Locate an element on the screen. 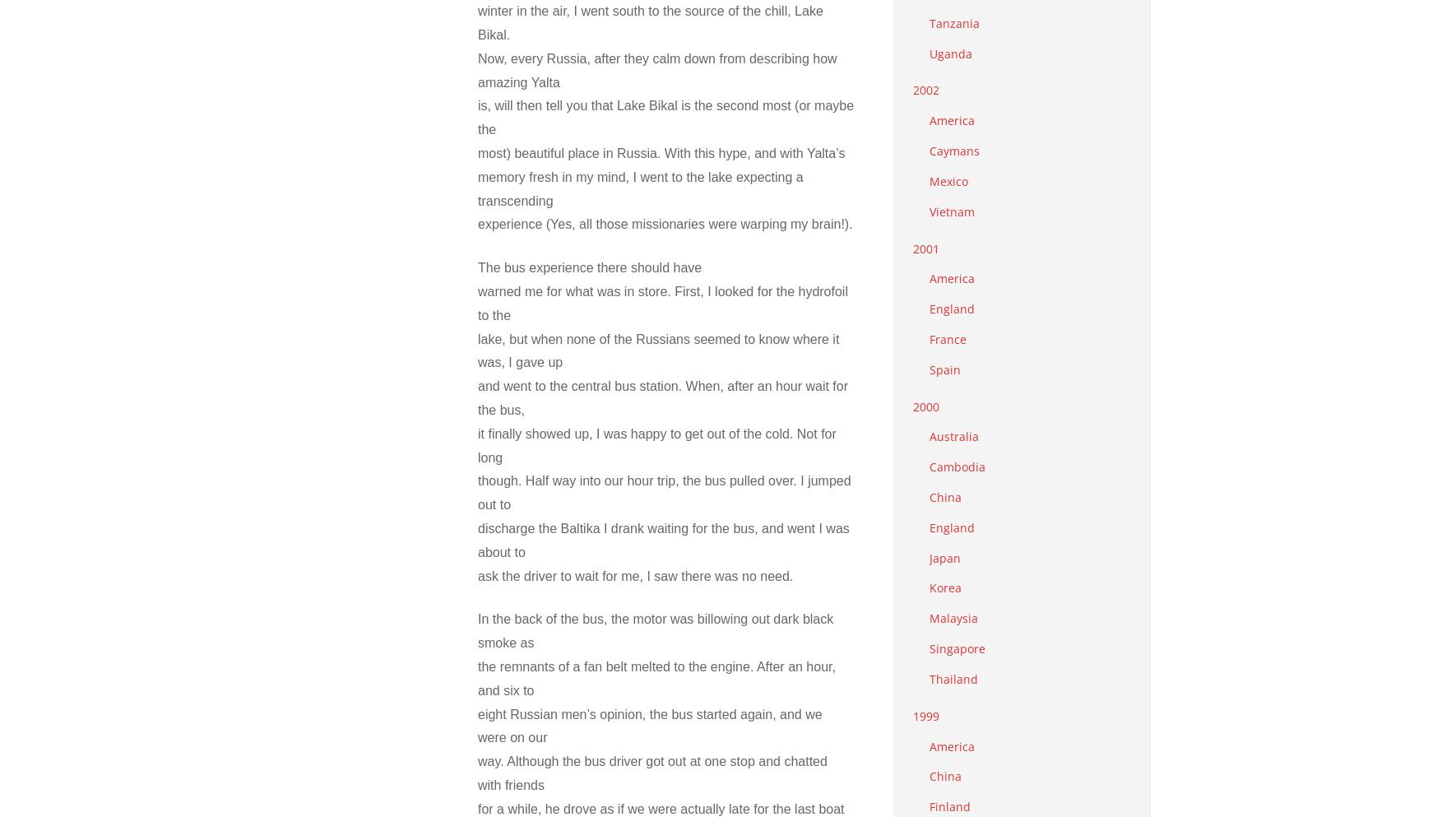 The width and height of the screenshot is (1456, 817). 'France' is located at coordinates (929, 337).